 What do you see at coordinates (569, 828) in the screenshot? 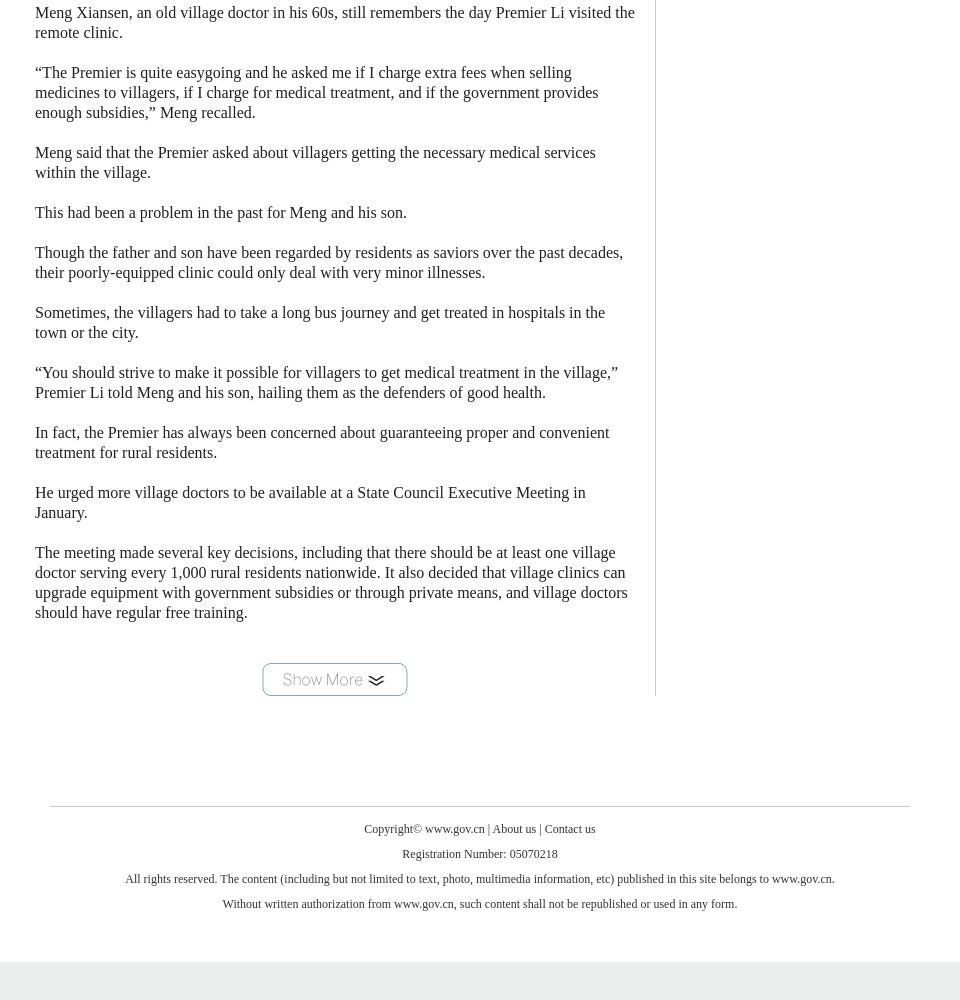
I see `'Contact us'` at bounding box center [569, 828].